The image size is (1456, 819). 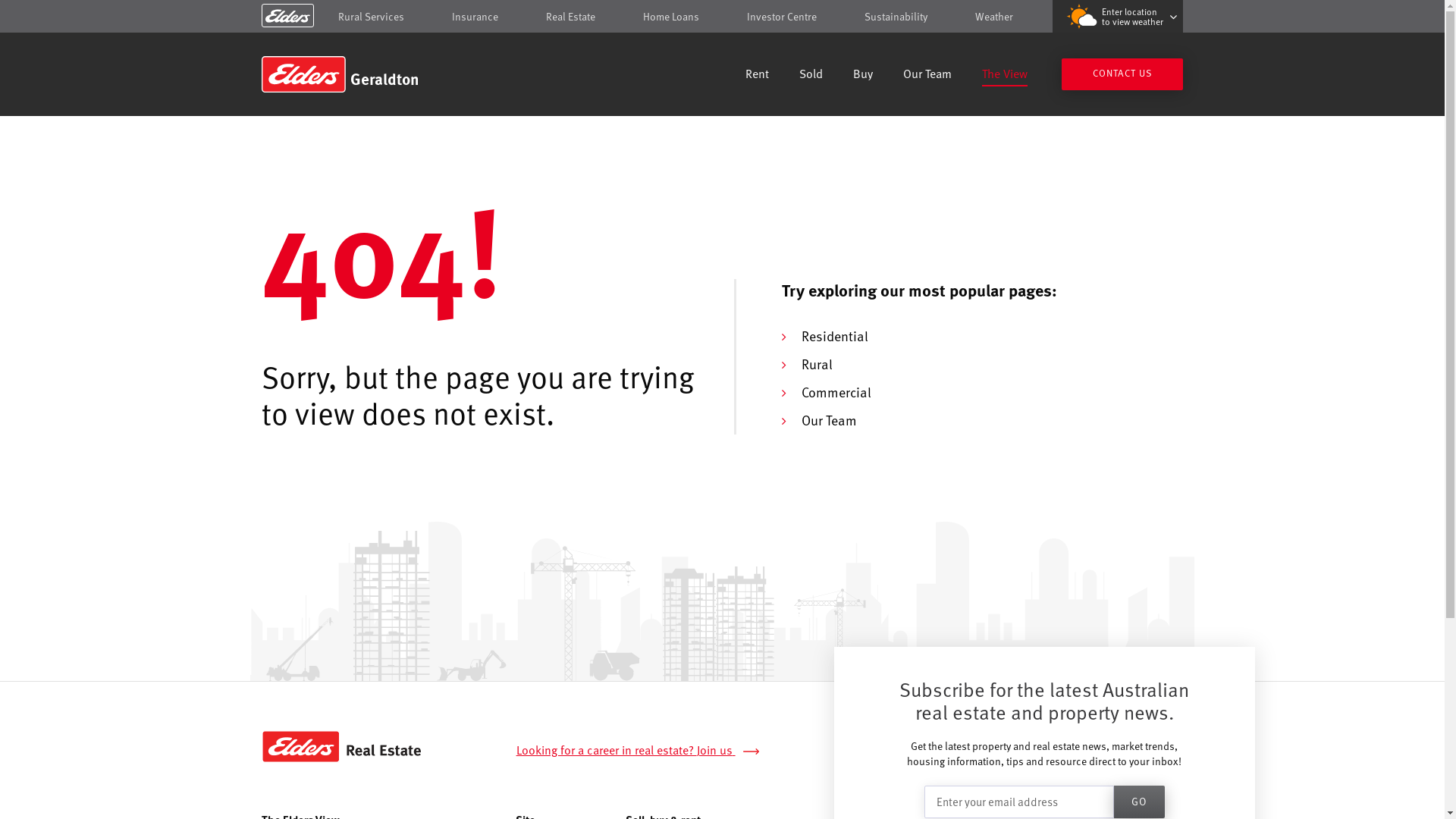 What do you see at coordinates (815, 363) in the screenshot?
I see `'Rural'` at bounding box center [815, 363].